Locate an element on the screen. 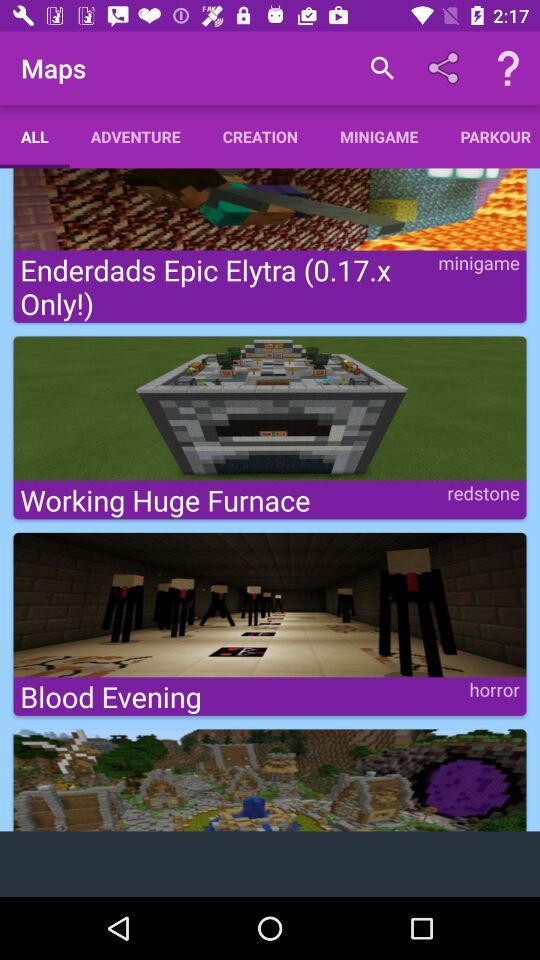 The width and height of the screenshot is (540, 960). help option is located at coordinates (508, 68).